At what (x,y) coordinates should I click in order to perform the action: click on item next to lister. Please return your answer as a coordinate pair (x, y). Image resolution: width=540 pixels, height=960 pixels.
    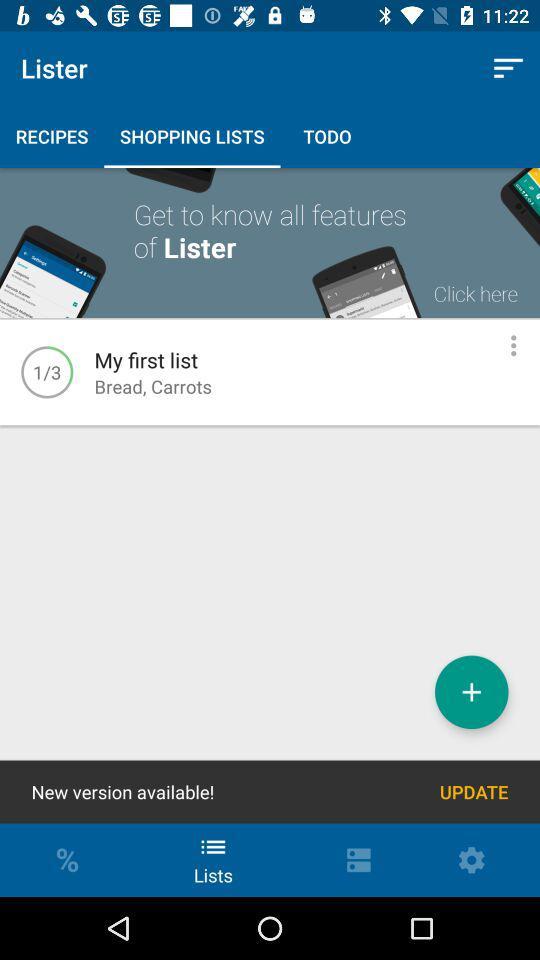
    Looking at the image, I should click on (508, 68).